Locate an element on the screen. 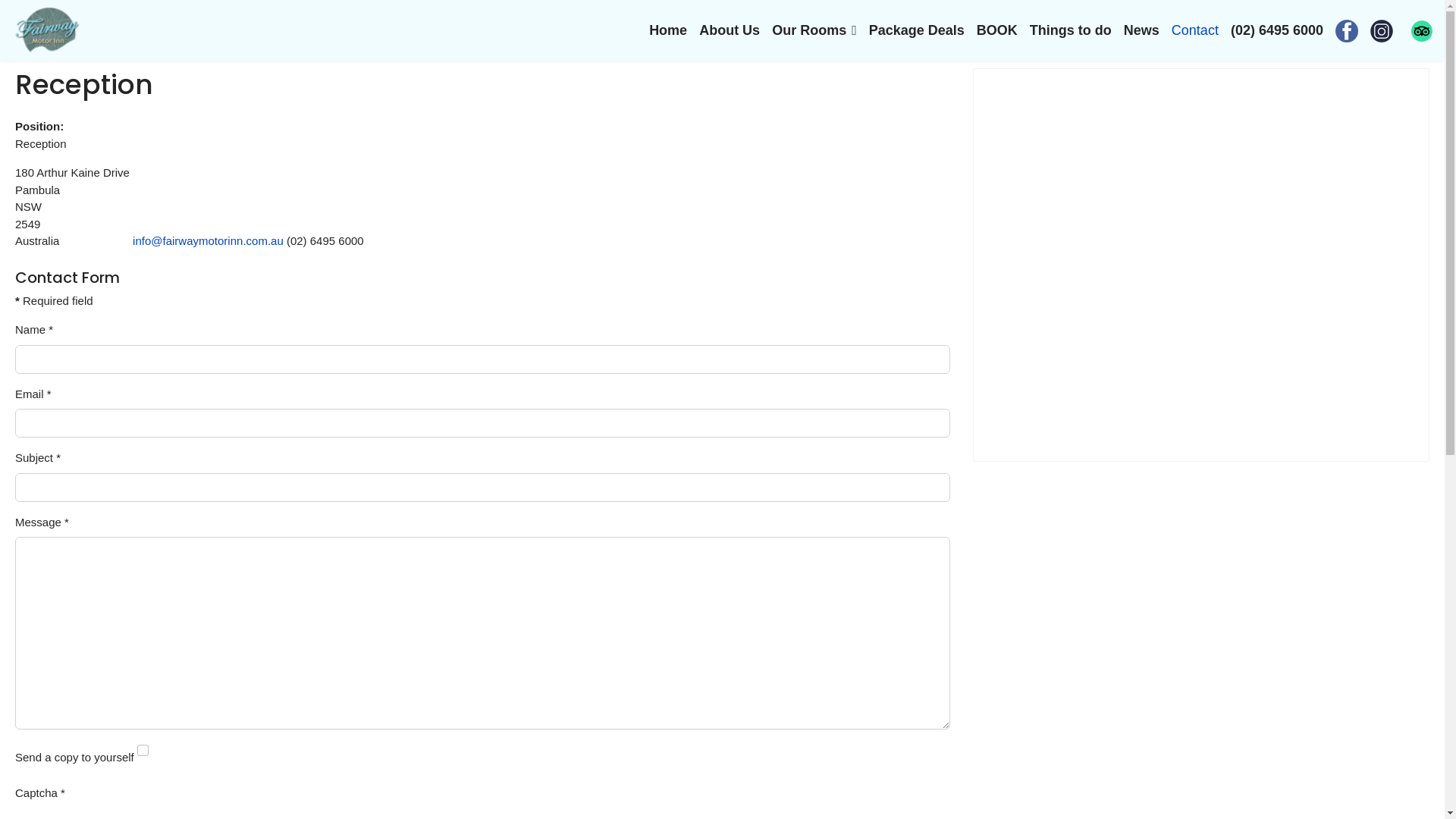  'Things to do' is located at coordinates (1069, 30).